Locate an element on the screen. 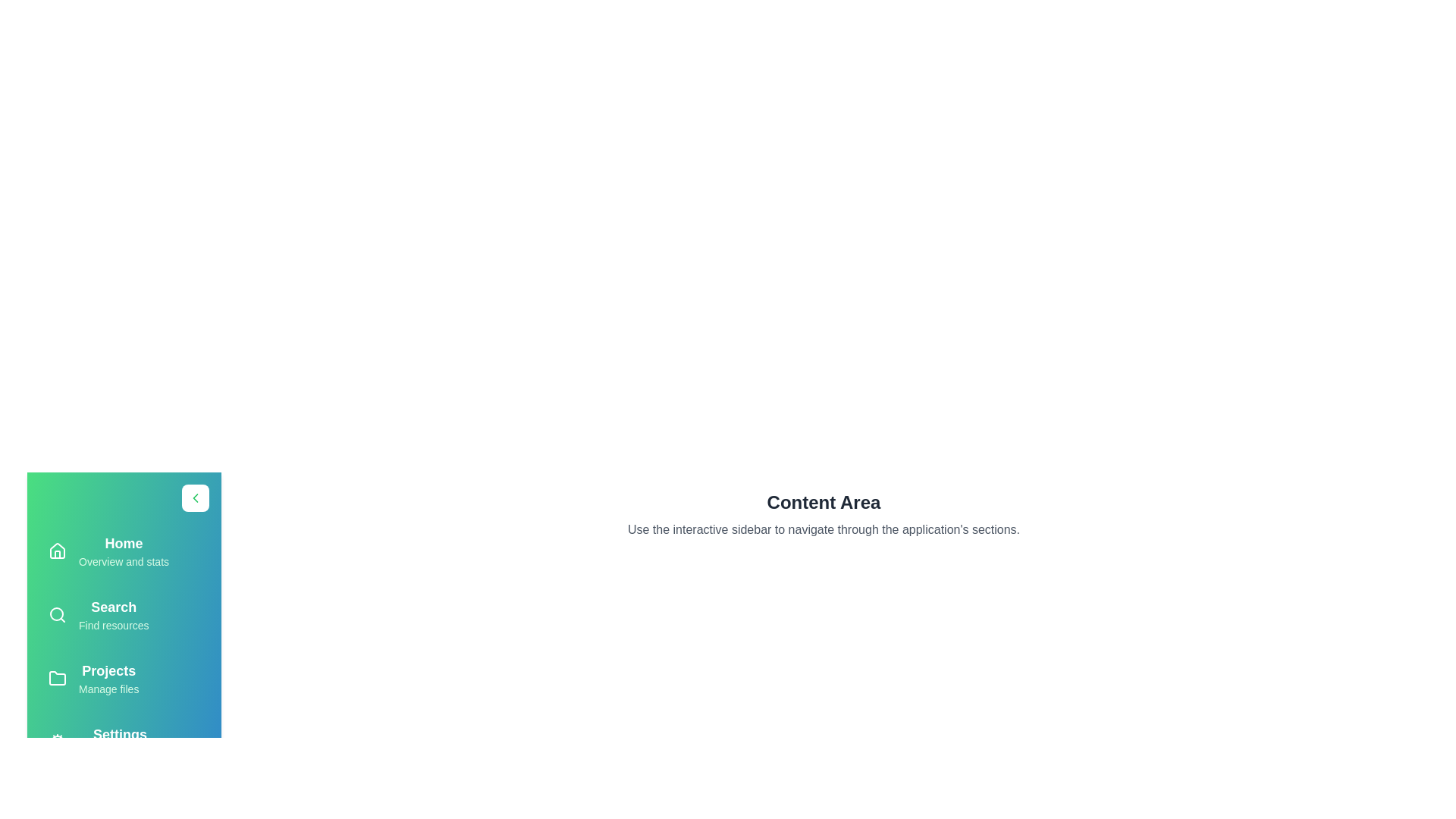 This screenshot has height=819, width=1456. the menu item Search to highlight it is located at coordinates (124, 614).